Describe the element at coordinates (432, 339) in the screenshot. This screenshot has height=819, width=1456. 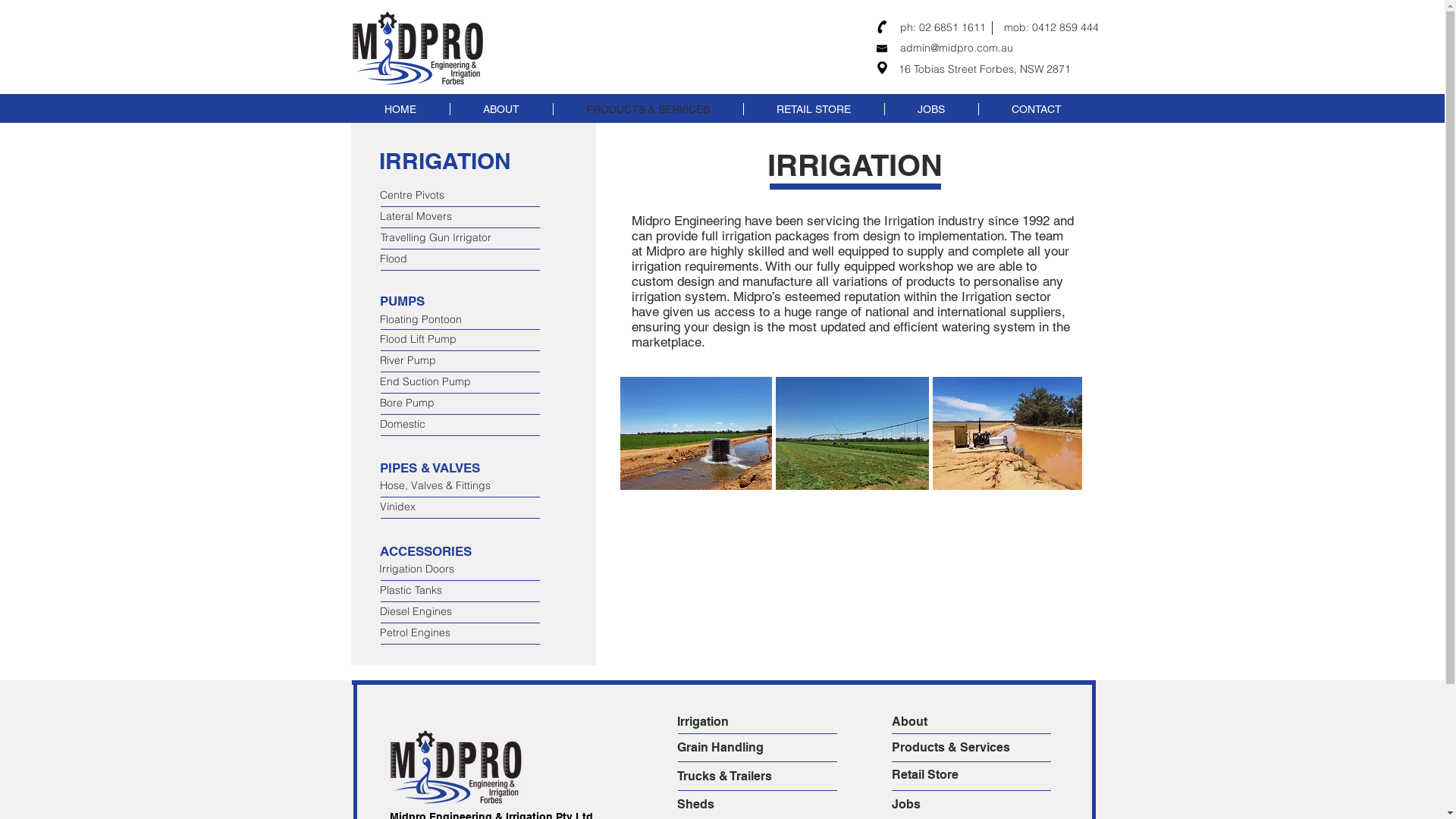
I see `'Flood Lift Pump'` at that location.